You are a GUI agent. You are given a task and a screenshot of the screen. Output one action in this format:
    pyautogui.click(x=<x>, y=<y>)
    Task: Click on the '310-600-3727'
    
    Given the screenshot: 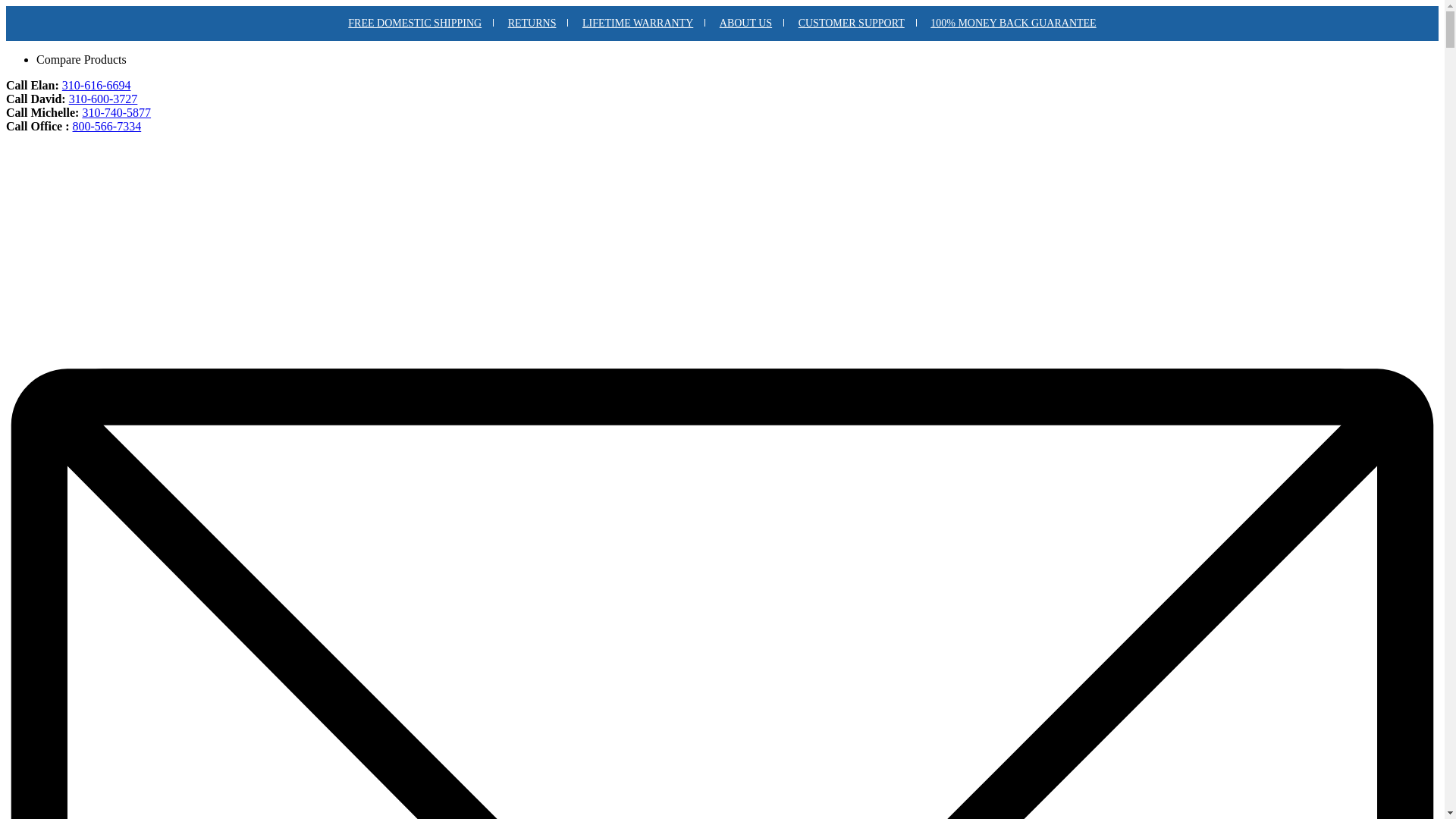 What is the action you would take?
    pyautogui.click(x=102, y=99)
    